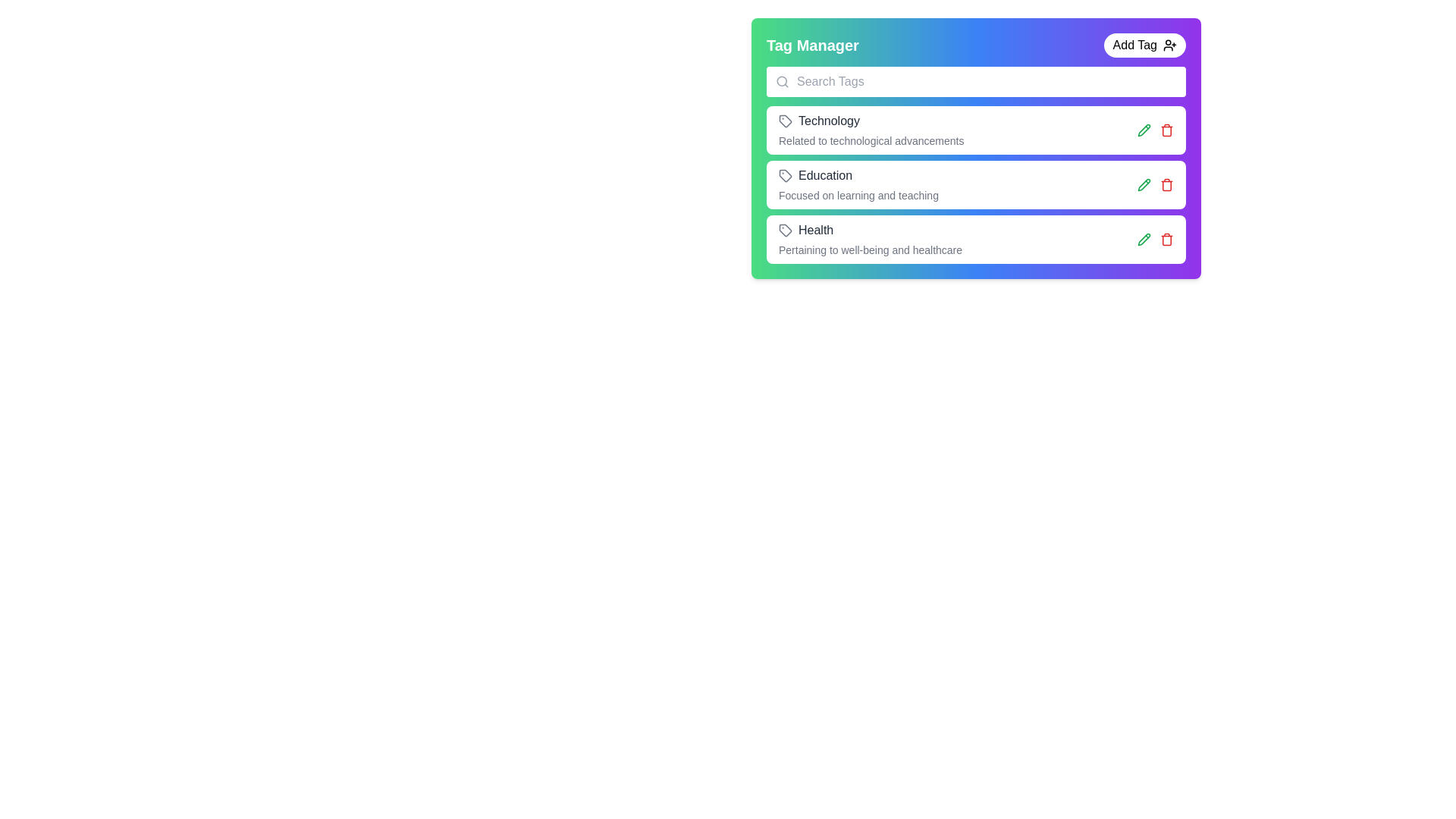 The image size is (1456, 819). Describe the element at coordinates (1144, 184) in the screenshot. I see `the green pencil-shaped icon button located on the right side of the 'Education' tag row` at that location.